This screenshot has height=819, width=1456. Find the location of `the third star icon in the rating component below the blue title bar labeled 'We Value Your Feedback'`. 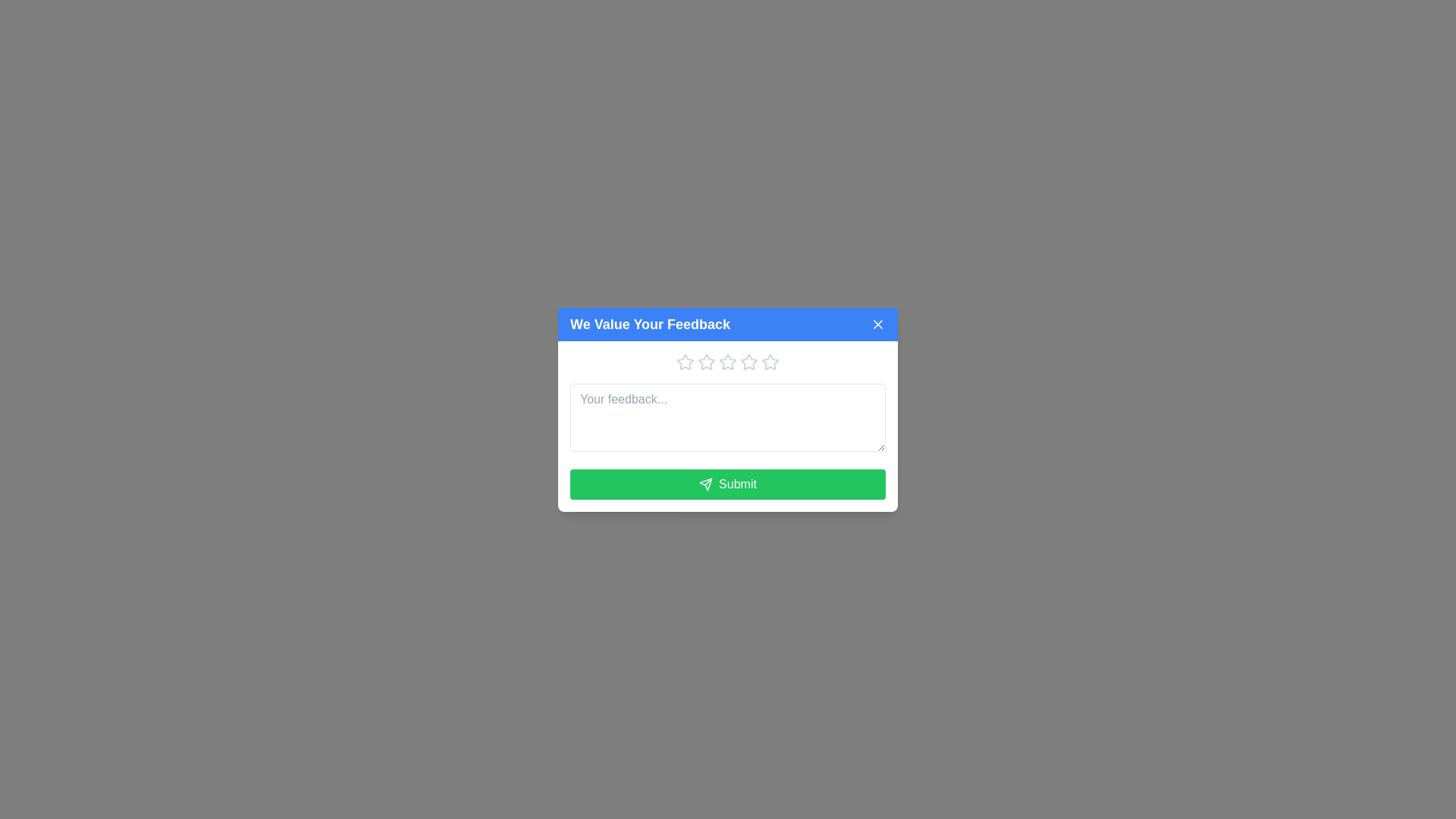

the third star icon in the rating component below the blue title bar labeled 'We Value Your Feedback' is located at coordinates (728, 362).